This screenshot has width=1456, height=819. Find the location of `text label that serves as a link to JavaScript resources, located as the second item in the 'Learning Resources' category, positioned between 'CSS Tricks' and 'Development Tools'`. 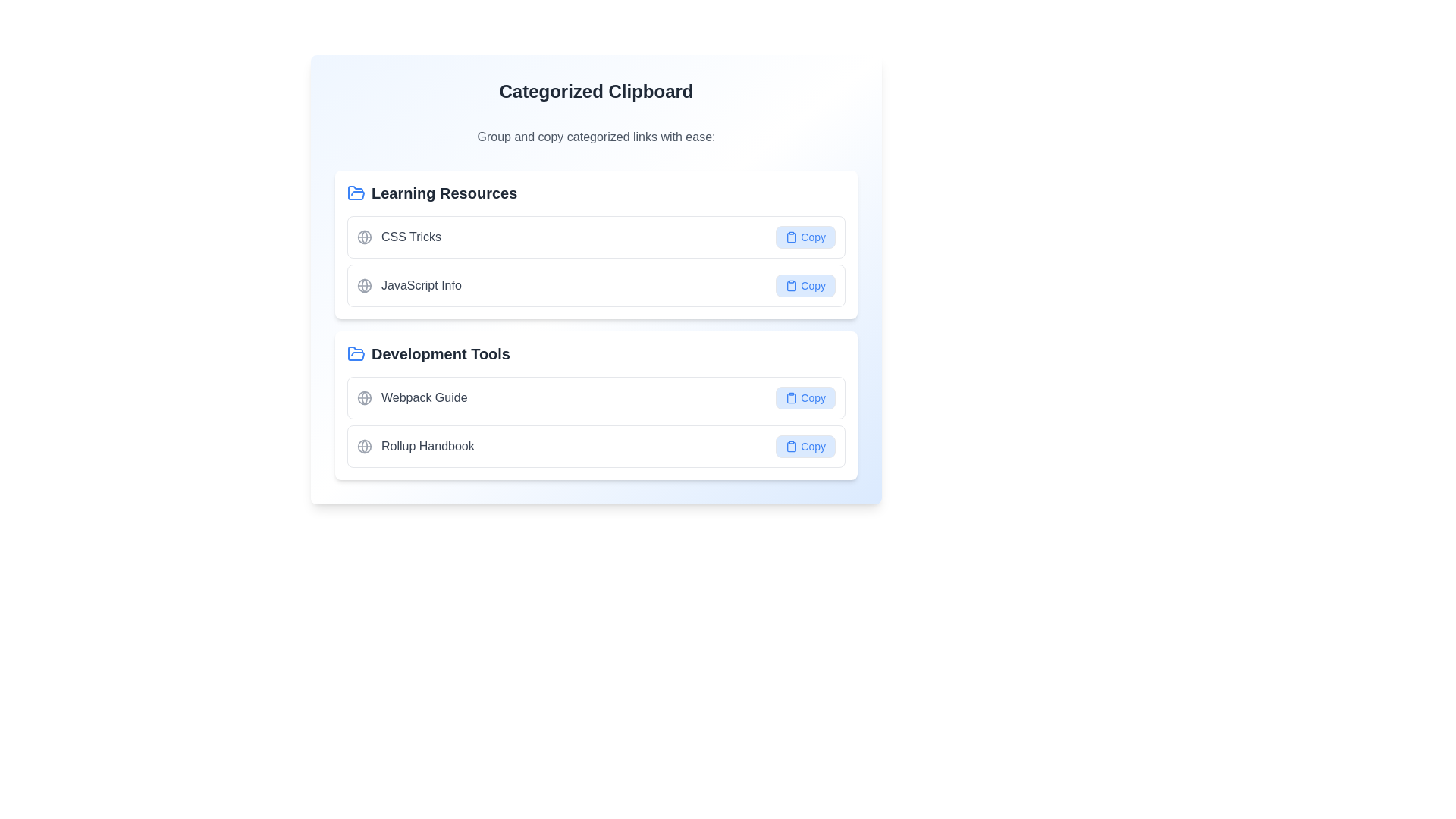

text label that serves as a link to JavaScript resources, located as the second item in the 'Learning Resources' category, positioned between 'CSS Tricks' and 'Development Tools' is located at coordinates (409, 286).